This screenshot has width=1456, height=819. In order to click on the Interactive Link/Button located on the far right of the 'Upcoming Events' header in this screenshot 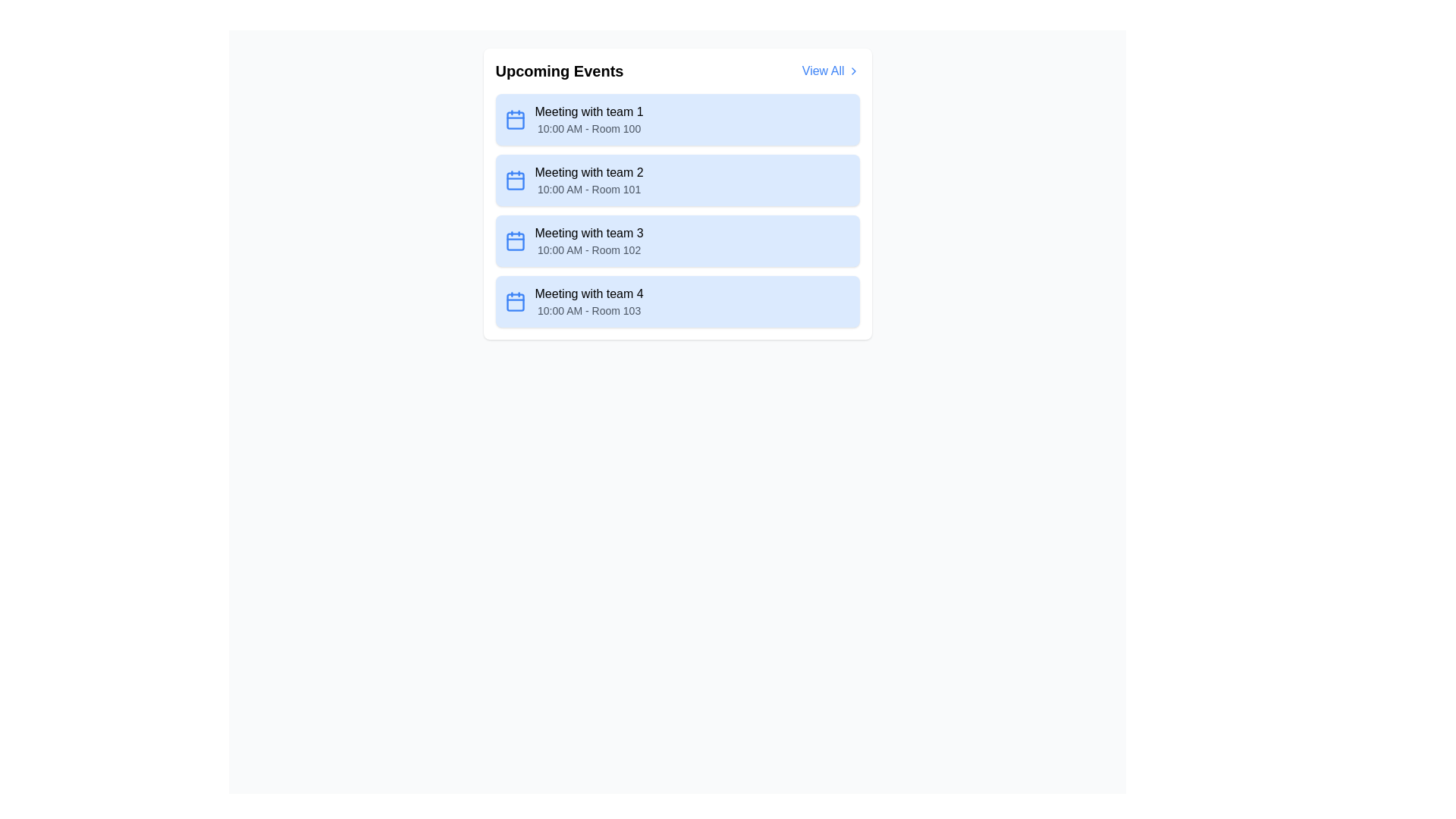, I will do `click(830, 71)`.